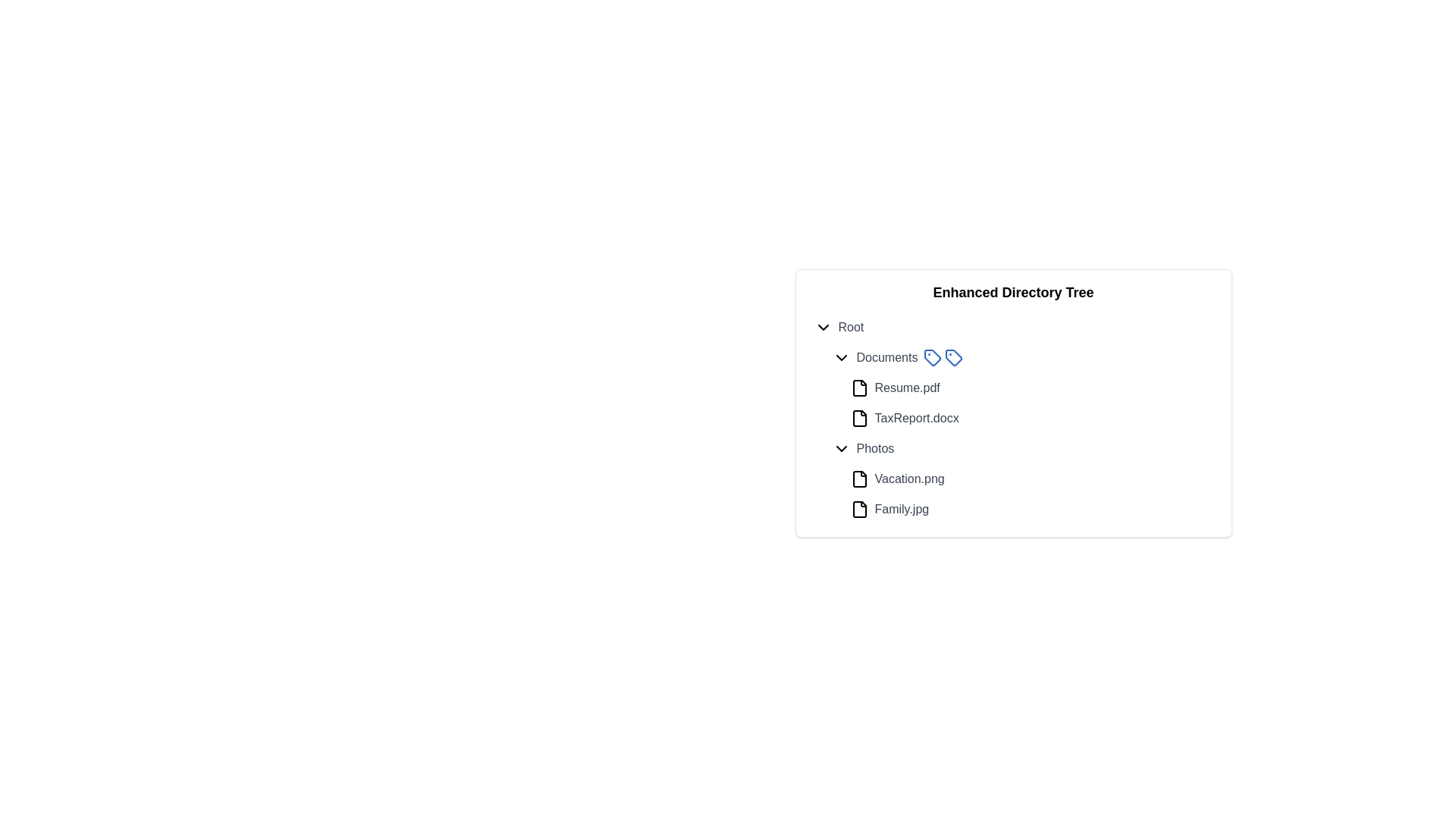  Describe the element at coordinates (1022, 447) in the screenshot. I see `the toggle button in the directory tree view` at that location.